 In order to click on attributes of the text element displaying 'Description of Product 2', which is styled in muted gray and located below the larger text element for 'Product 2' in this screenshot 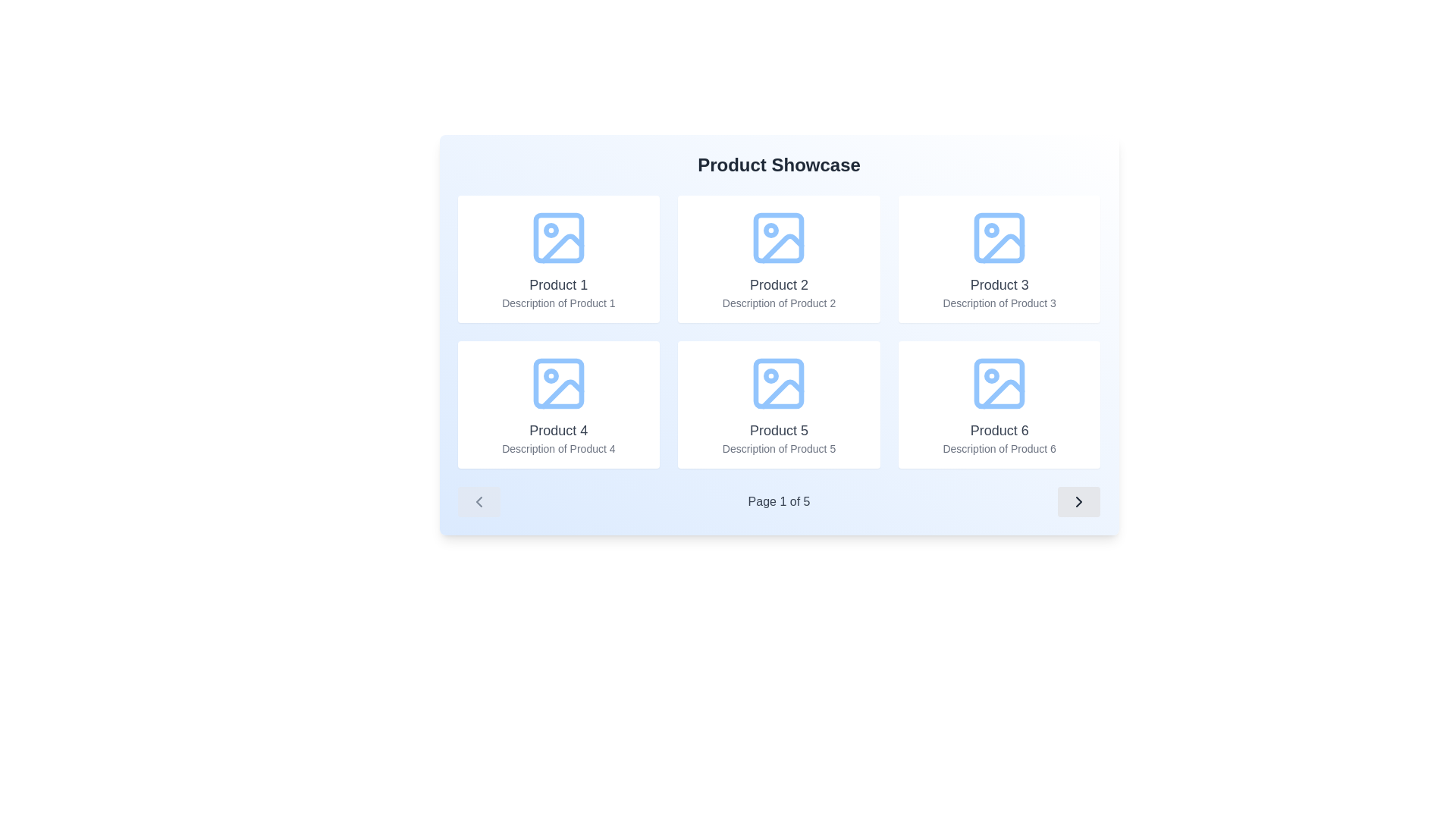, I will do `click(779, 303)`.